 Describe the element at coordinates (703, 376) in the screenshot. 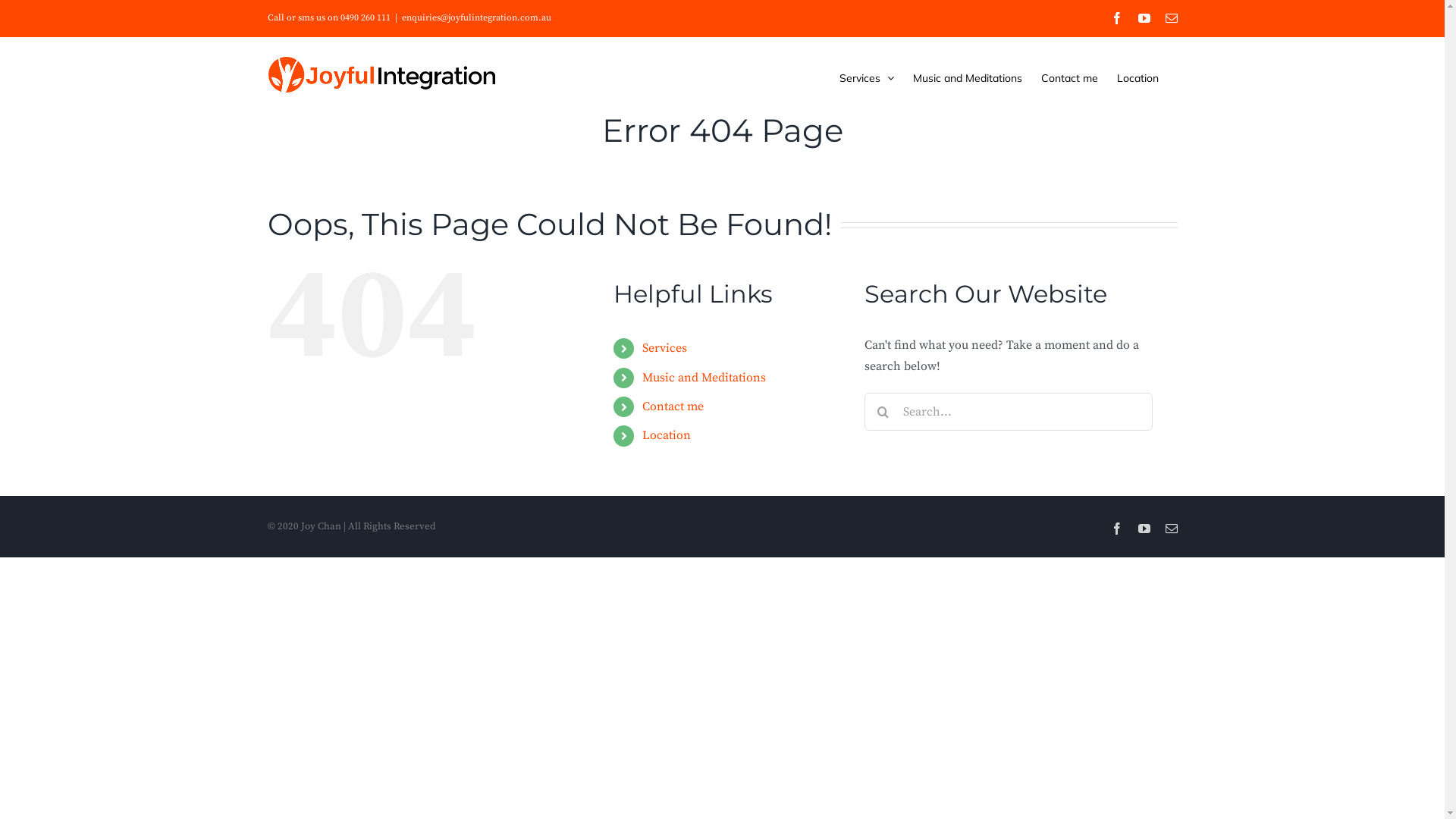

I see `'Music and Meditations'` at that location.